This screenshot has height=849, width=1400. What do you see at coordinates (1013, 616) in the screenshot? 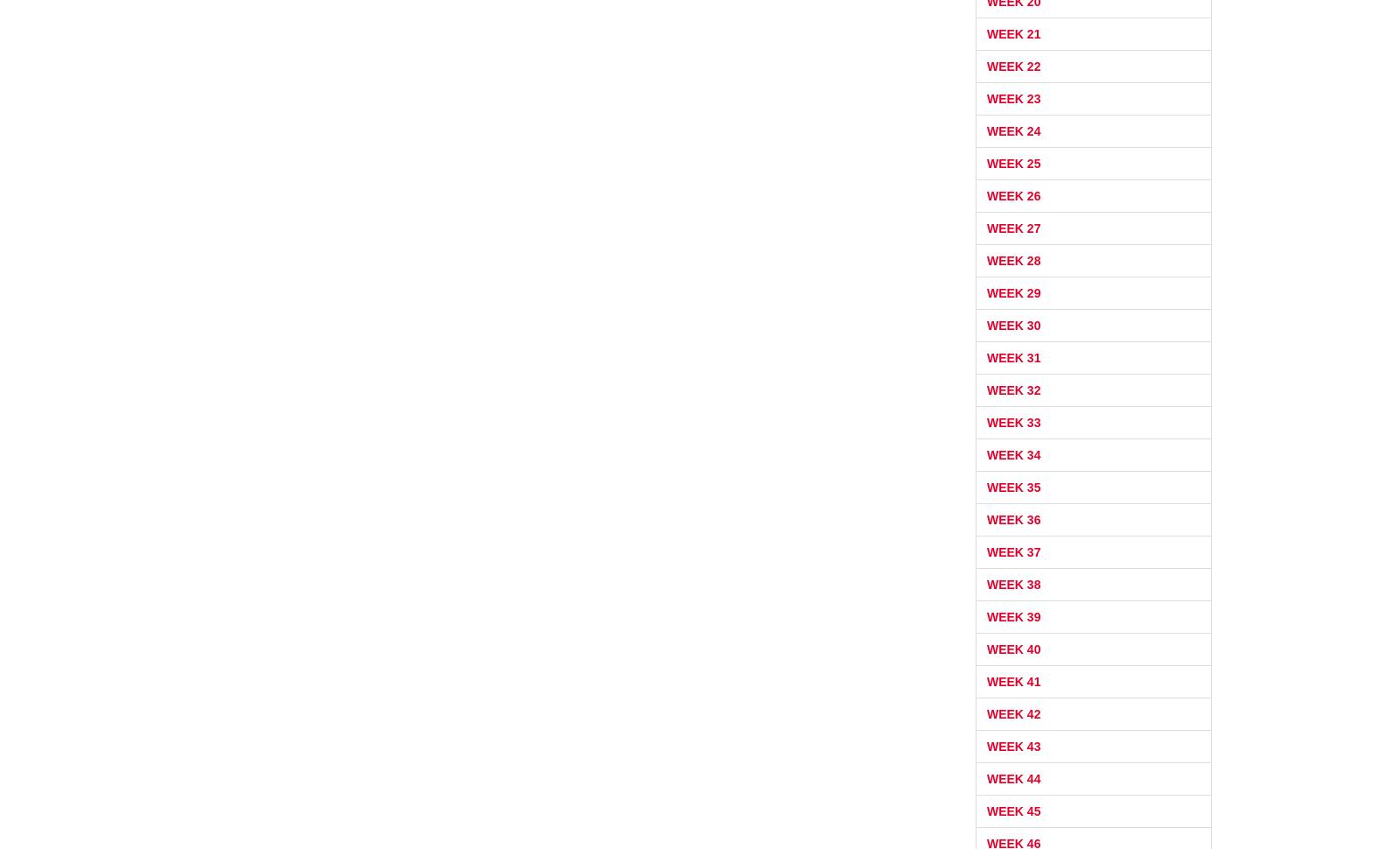
I see `'Week 39'` at bounding box center [1013, 616].